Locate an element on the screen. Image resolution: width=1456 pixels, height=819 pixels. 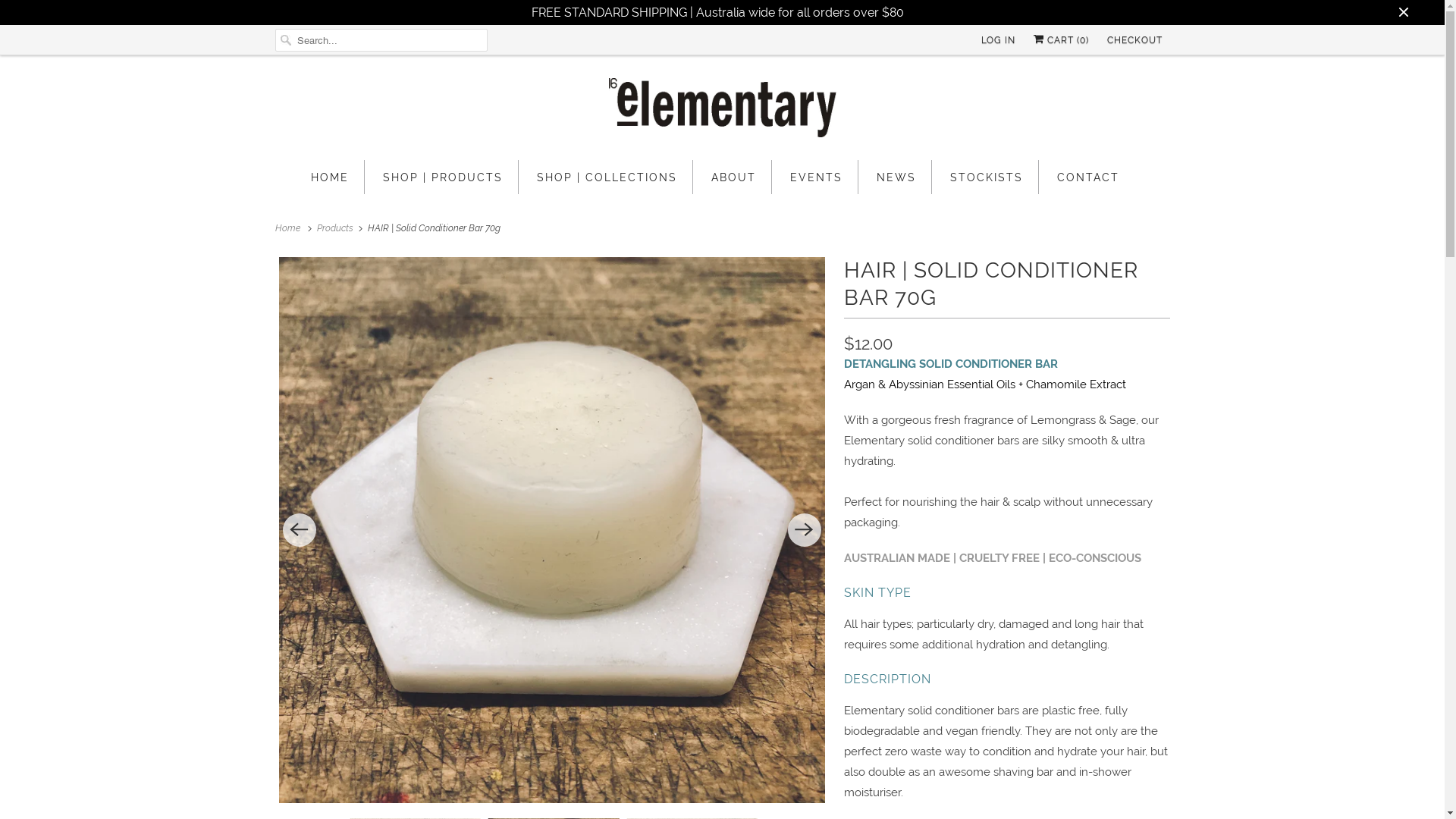
'CONTACT' is located at coordinates (1087, 176).